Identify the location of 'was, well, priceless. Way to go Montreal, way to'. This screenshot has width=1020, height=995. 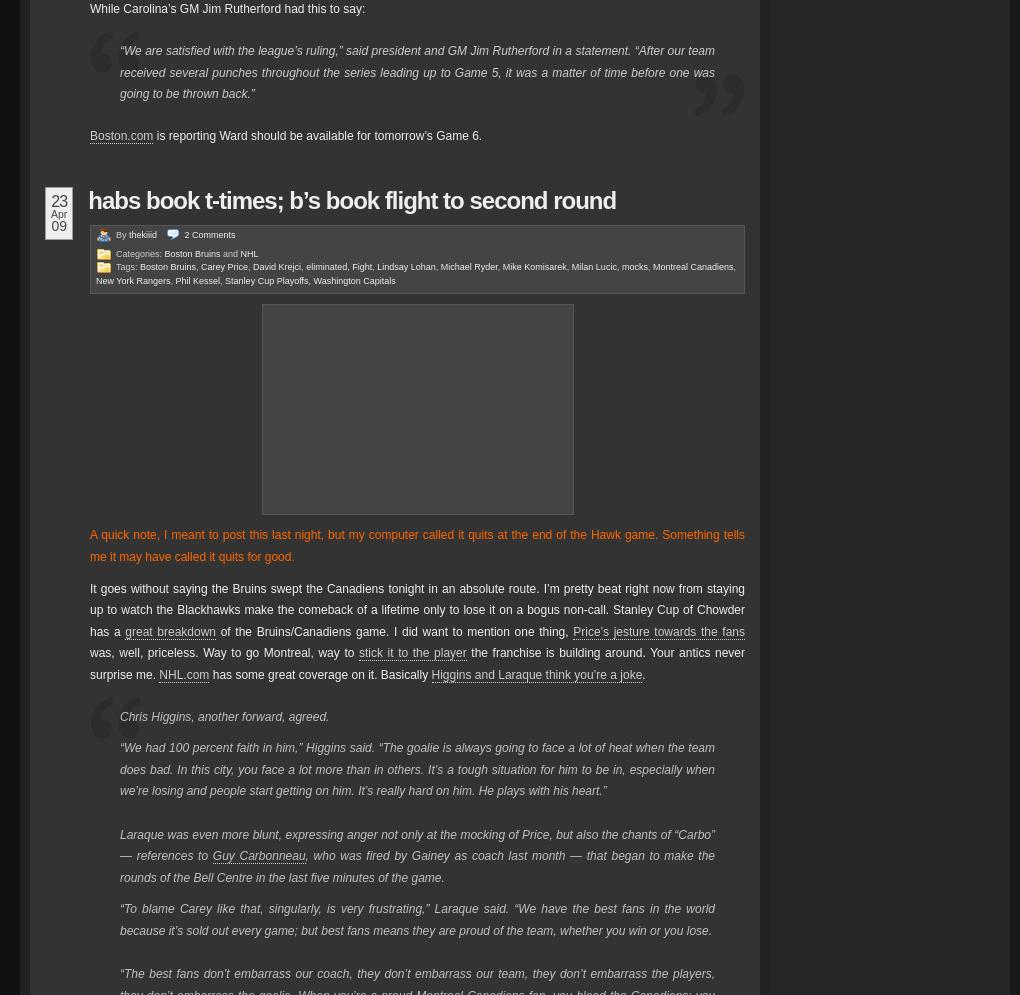
(224, 652).